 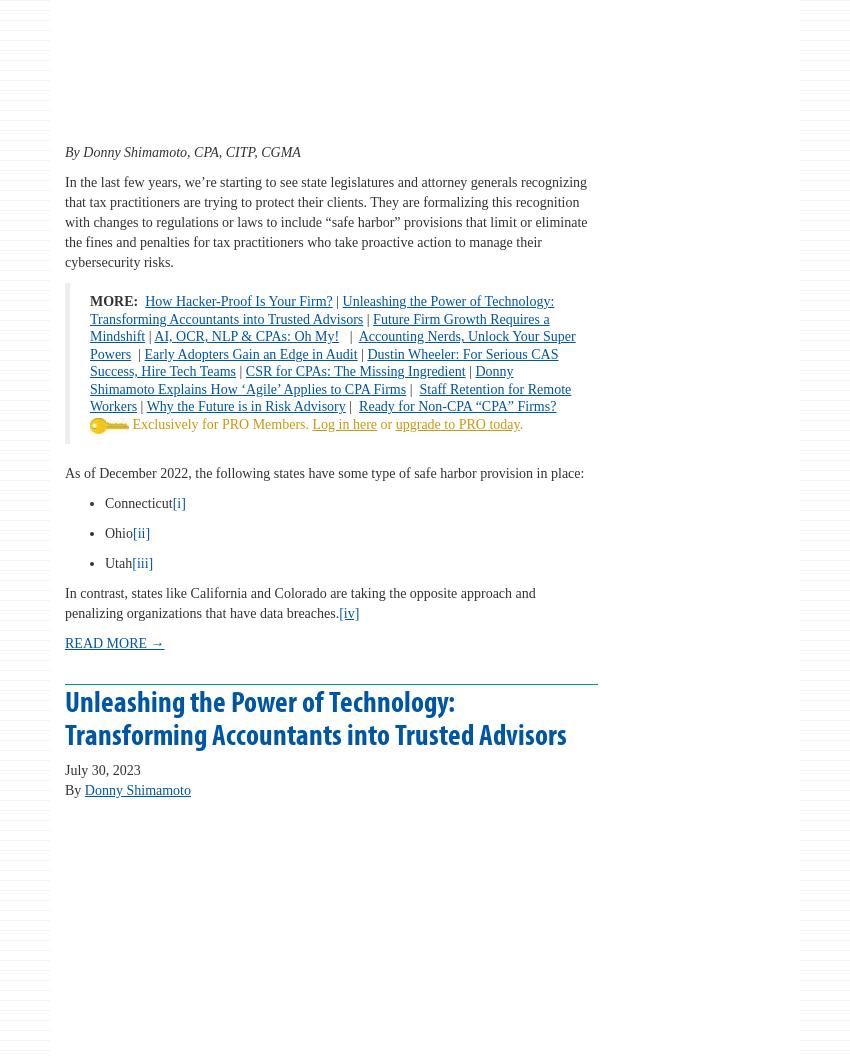 What do you see at coordinates (89, 343) in the screenshot?
I see `'Accounting Nerds, Unlock Your Super Powers'` at bounding box center [89, 343].